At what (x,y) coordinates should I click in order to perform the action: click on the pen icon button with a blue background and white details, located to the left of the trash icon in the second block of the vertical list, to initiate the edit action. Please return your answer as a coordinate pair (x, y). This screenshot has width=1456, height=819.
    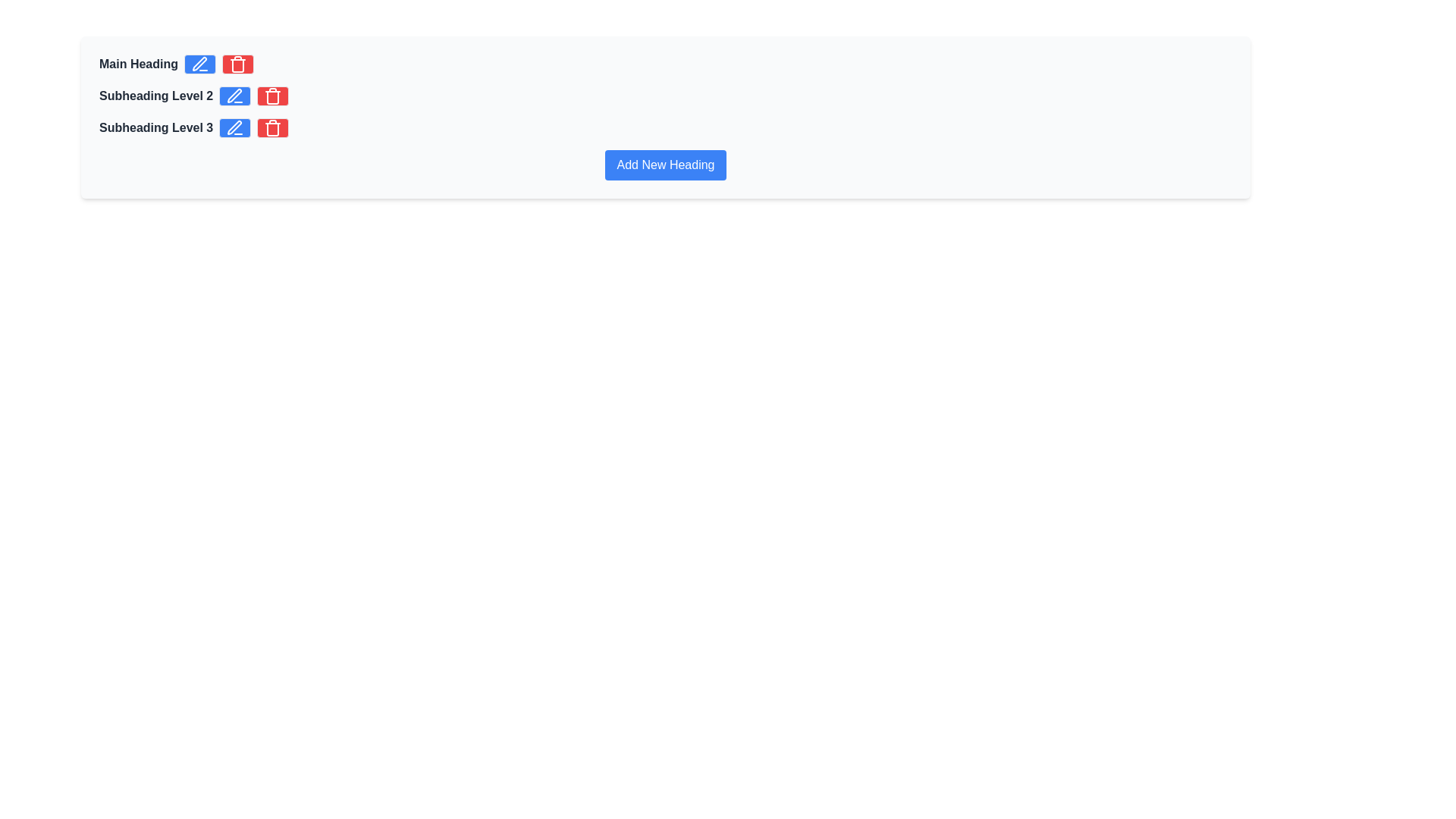
    Looking at the image, I should click on (234, 96).